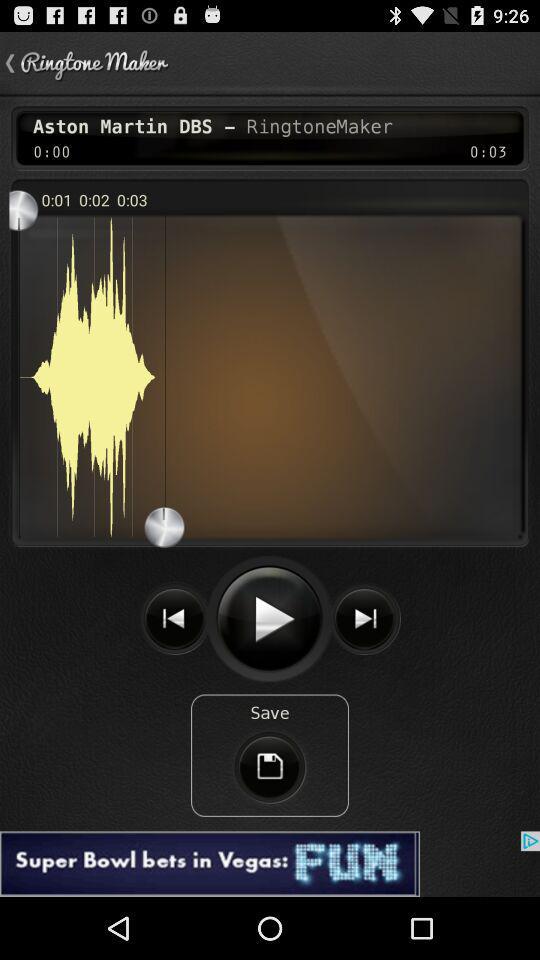 The image size is (540, 960). I want to click on open advertisement, so click(270, 863).